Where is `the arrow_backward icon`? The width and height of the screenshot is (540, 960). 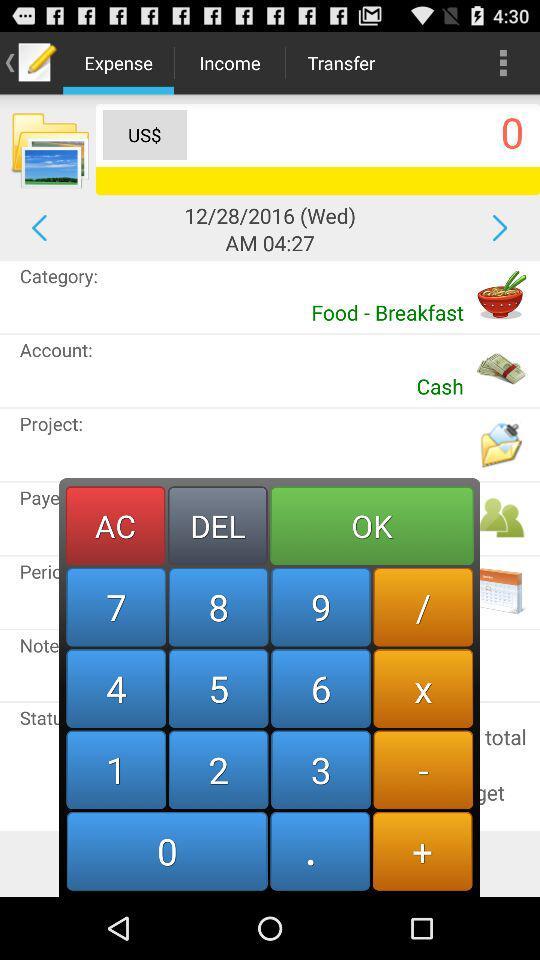
the arrow_backward icon is located at coordinates (39, 243).